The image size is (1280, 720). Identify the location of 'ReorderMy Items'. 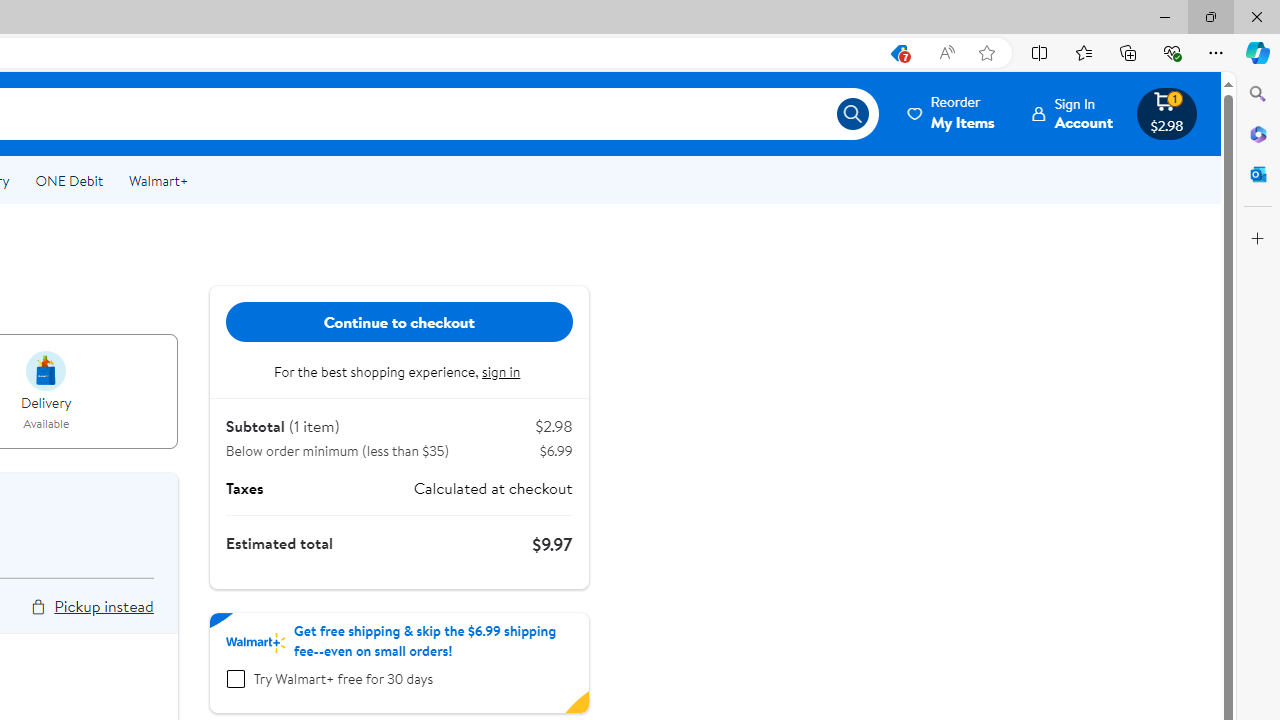
(951, 113).